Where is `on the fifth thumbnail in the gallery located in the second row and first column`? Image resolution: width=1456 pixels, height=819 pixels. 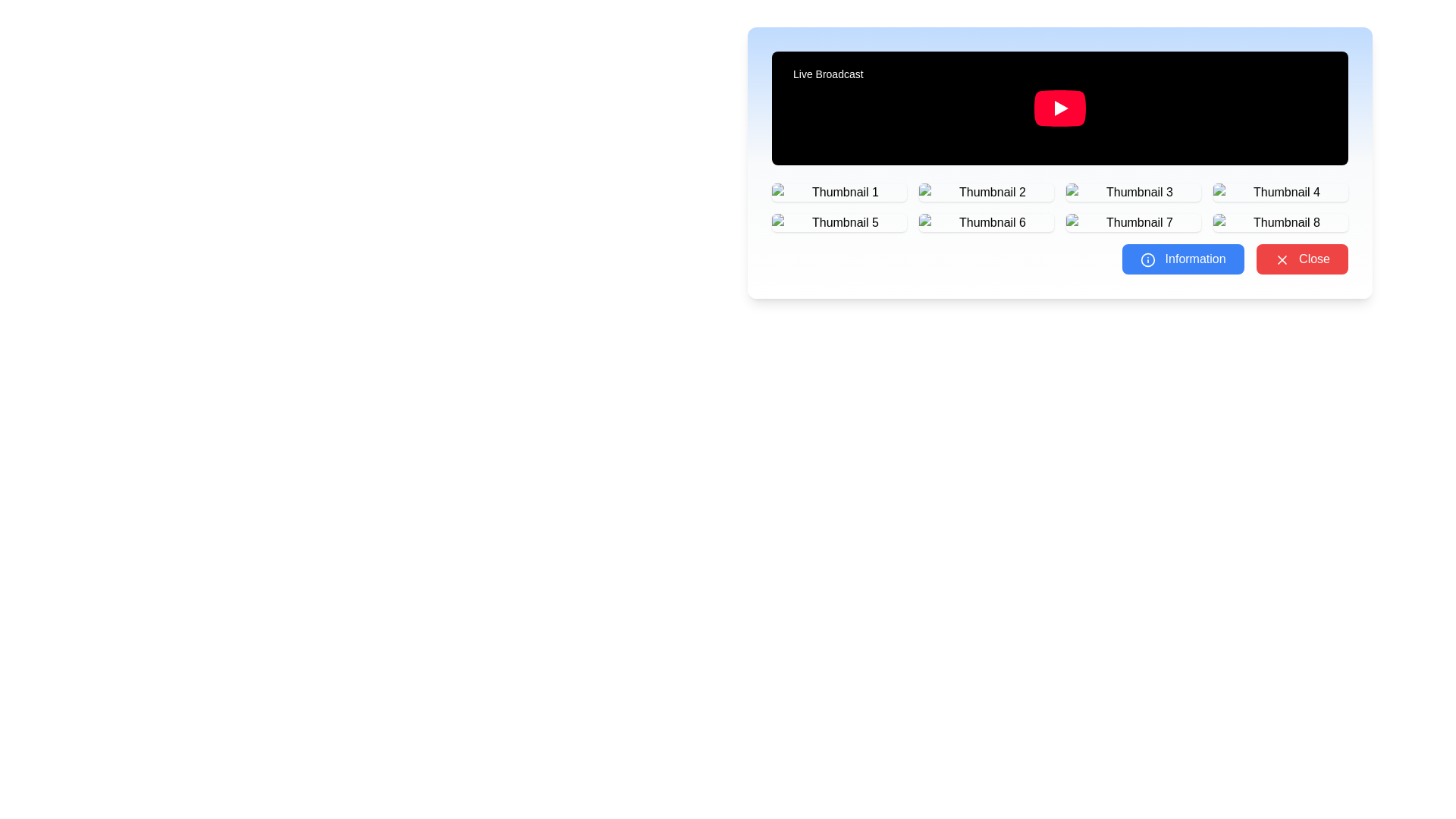
on the fifth thumbnail in the gallery located in the second row and first column is located at coordinates (839, 222).